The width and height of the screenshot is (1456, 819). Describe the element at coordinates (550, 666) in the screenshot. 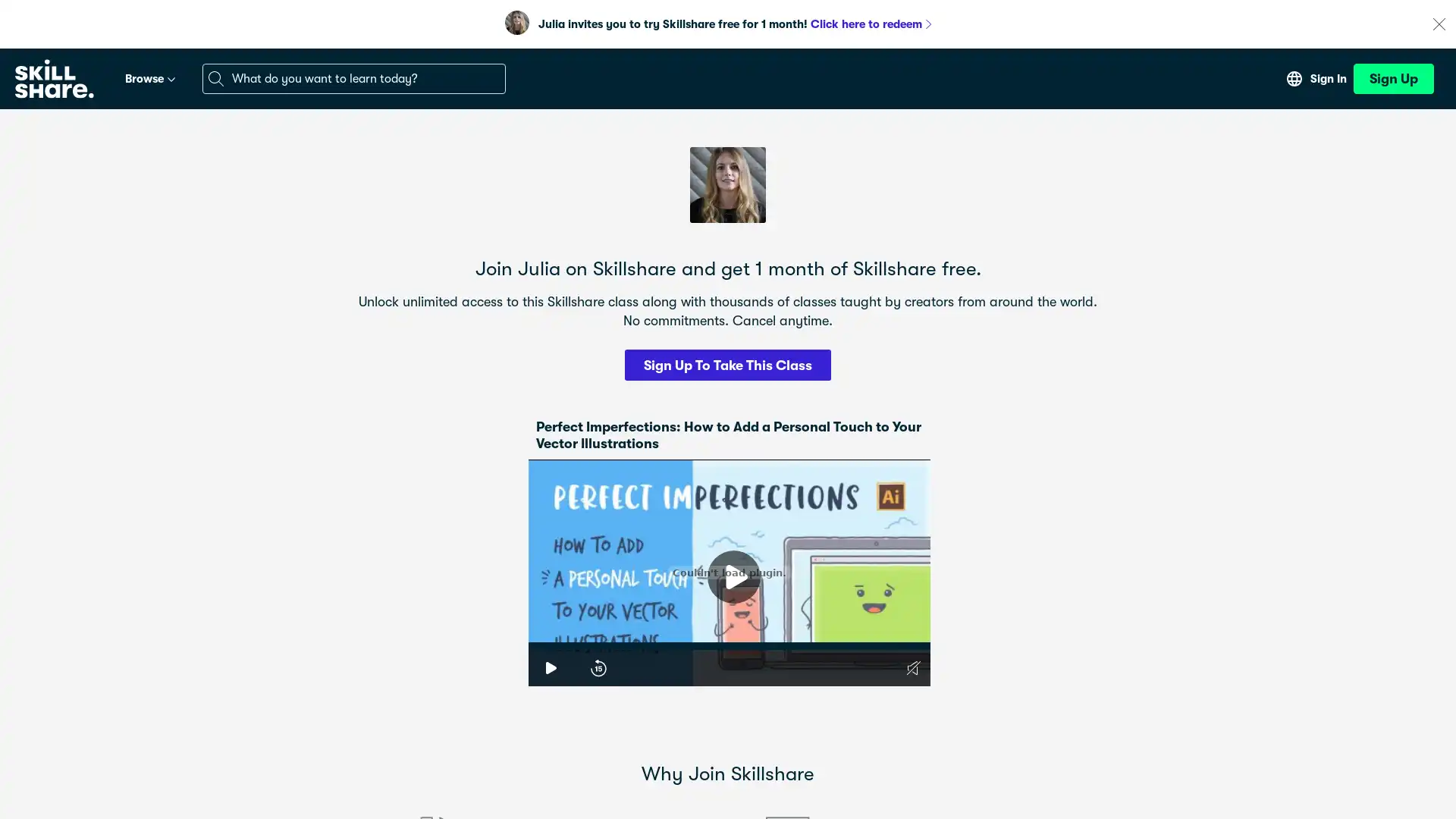

I see `Play` at that location.